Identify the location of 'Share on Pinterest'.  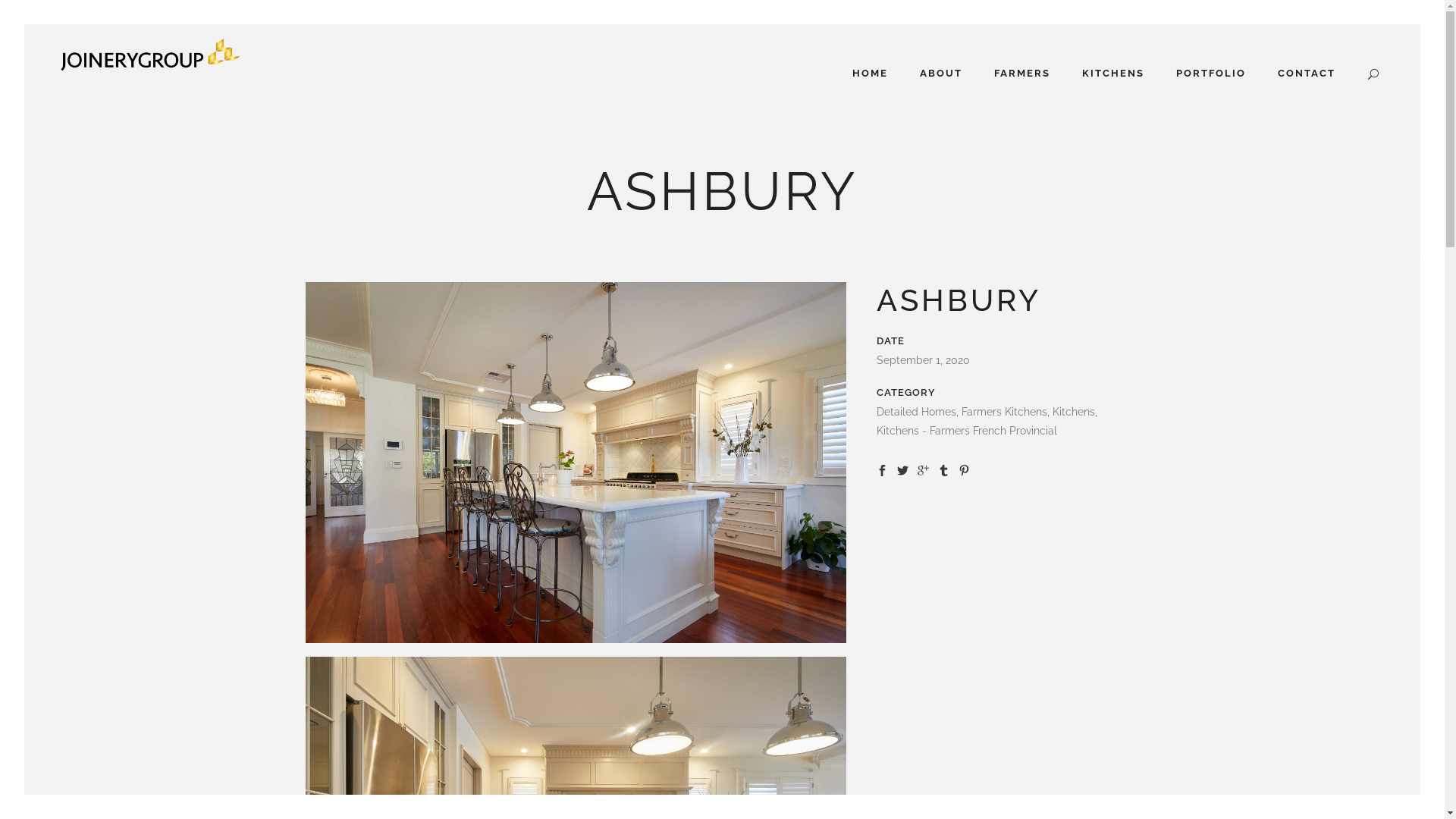
(957, 468).